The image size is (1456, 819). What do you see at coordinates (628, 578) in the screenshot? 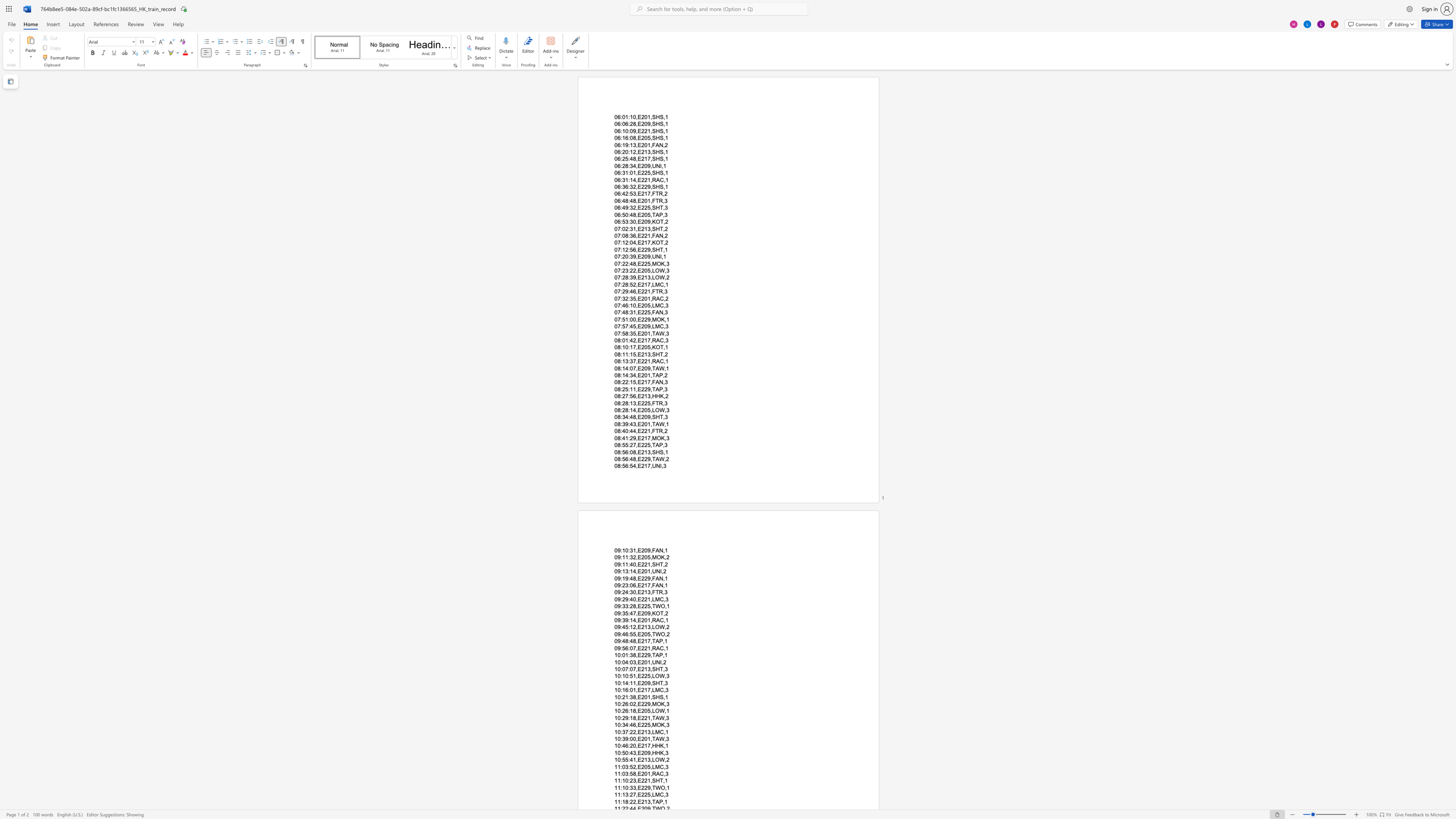
I see `the subset text ":48,E2" within the text "09:19:48,E229,FAN,1"` at bounding box center [628, 578].